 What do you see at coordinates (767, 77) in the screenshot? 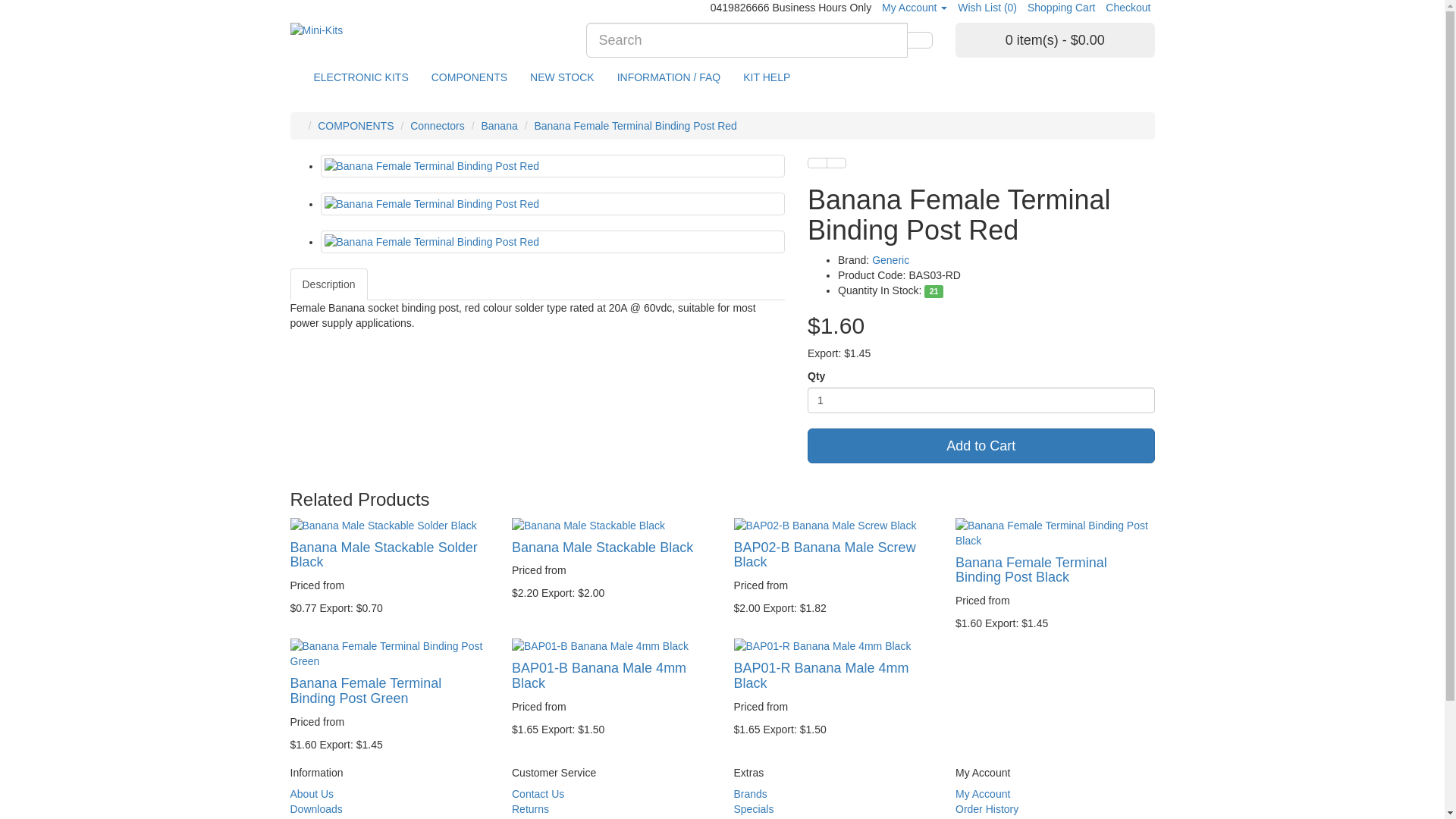
I see `'KIT HELP'` at bounding box center [767, 77].